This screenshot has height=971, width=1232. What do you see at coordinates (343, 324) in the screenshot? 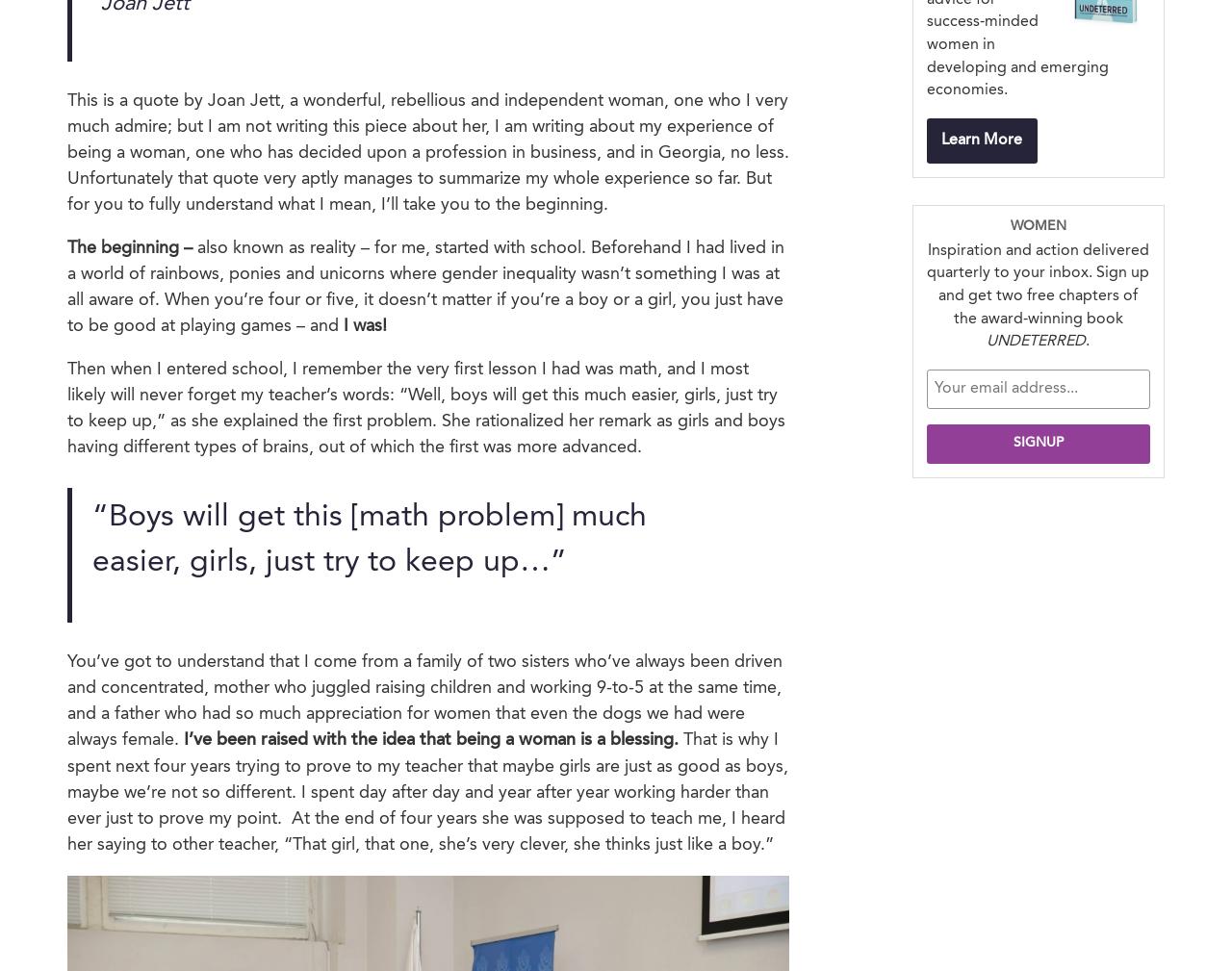
I see `'I was!'` at bounding box center [343, 324].